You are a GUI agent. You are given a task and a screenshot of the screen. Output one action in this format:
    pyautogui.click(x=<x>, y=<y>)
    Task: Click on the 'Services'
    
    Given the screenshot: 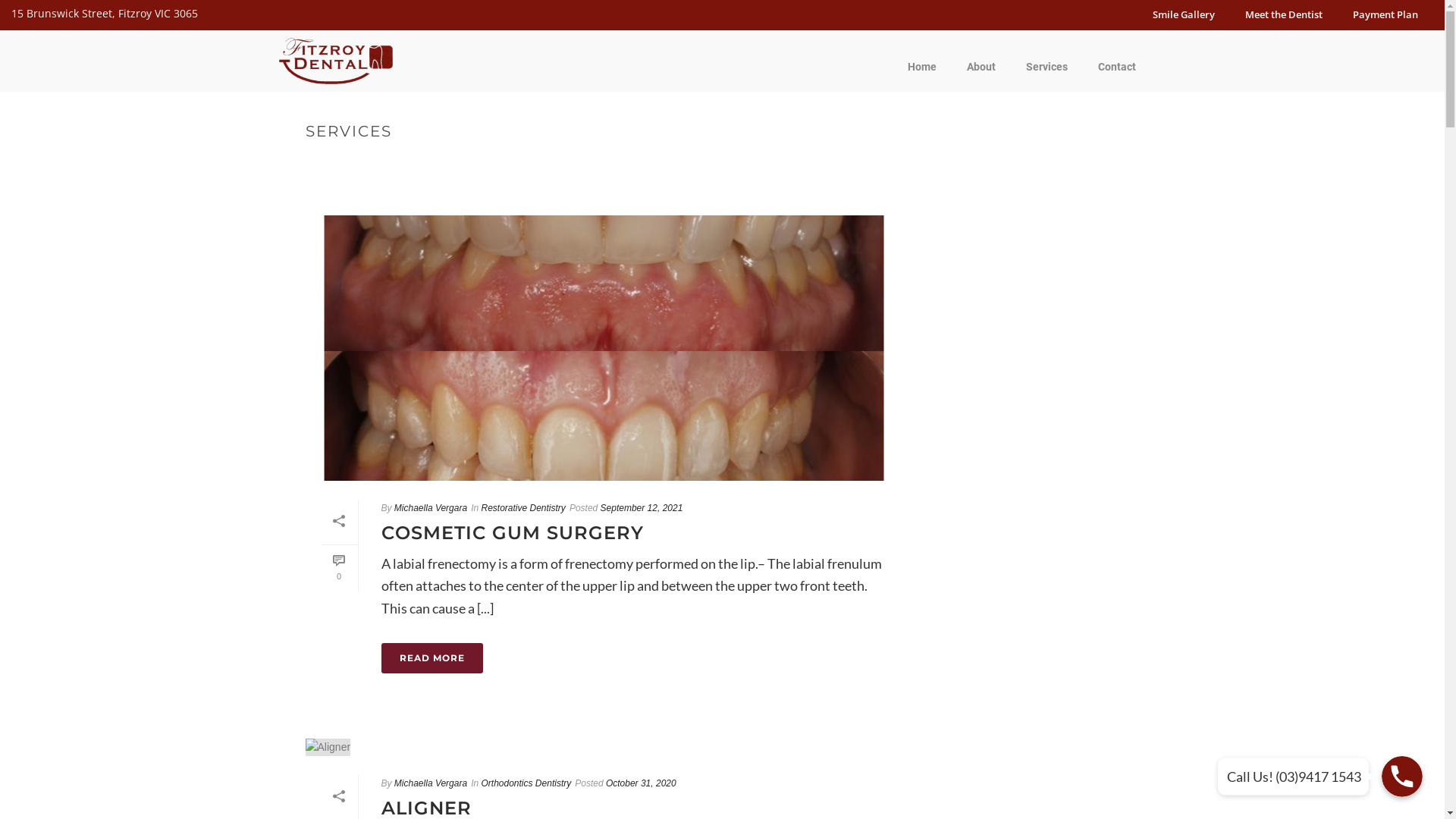 What is the action you would take?
    pyautogui.click(x=1045, y=66)
    